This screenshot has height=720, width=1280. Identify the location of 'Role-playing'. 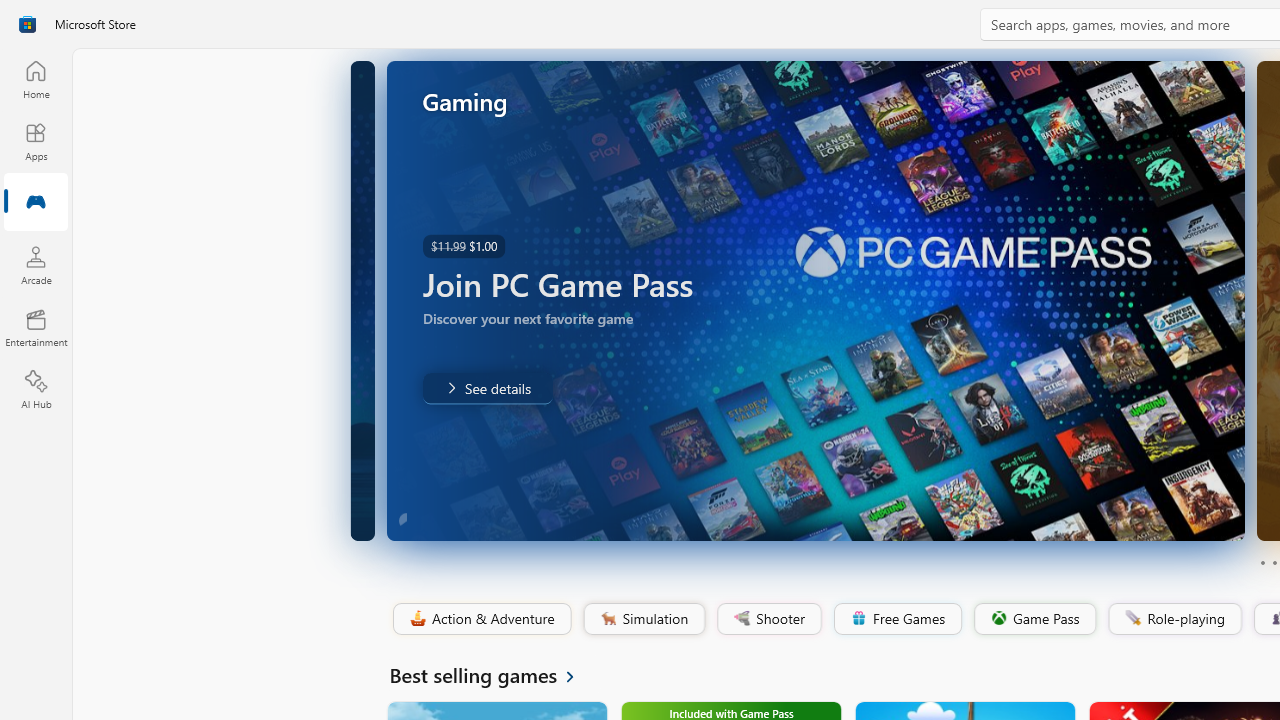
(1175, 618).